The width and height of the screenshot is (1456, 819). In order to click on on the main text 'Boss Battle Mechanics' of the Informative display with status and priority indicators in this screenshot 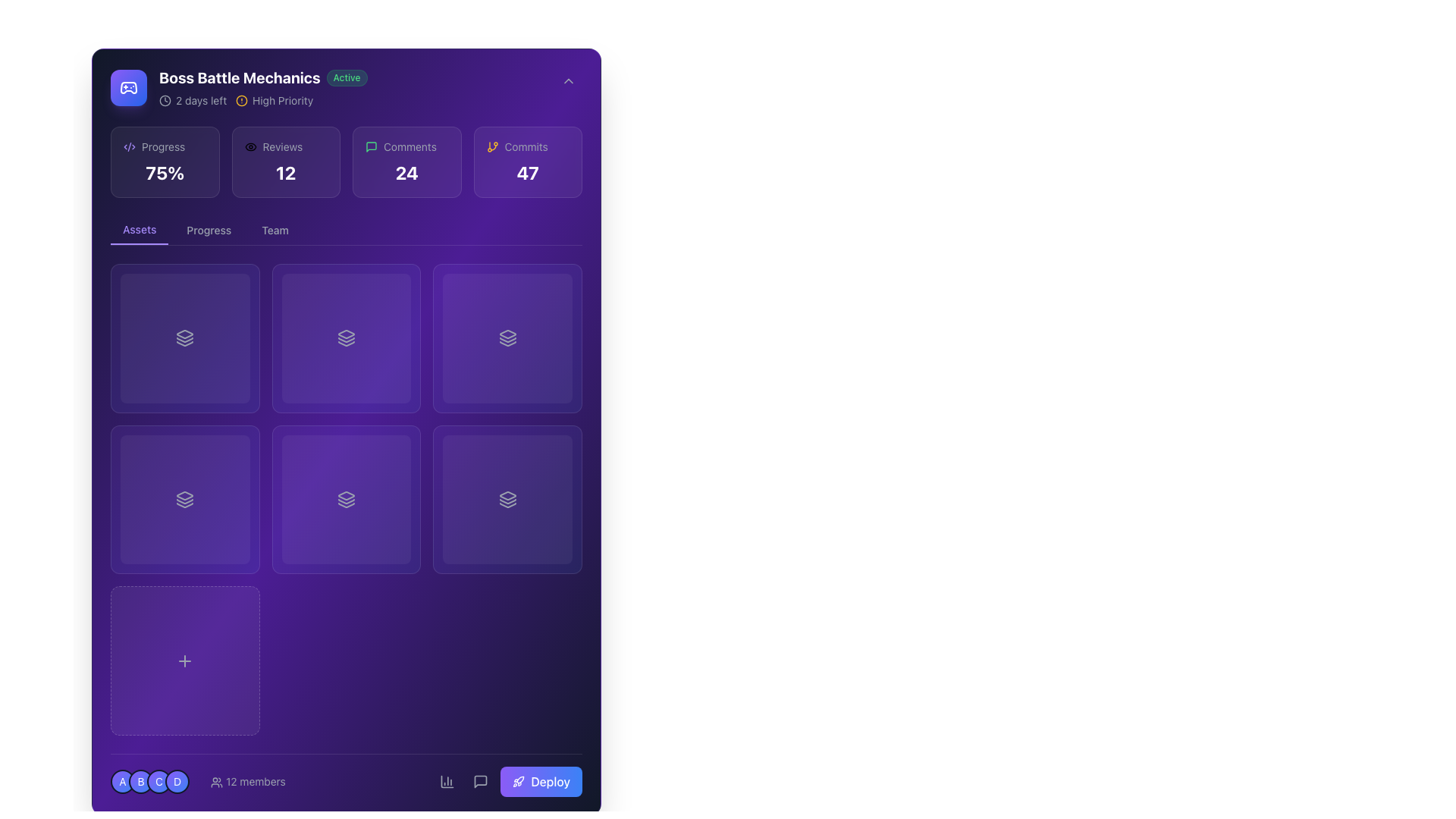, I will do `click(263, 87)`.